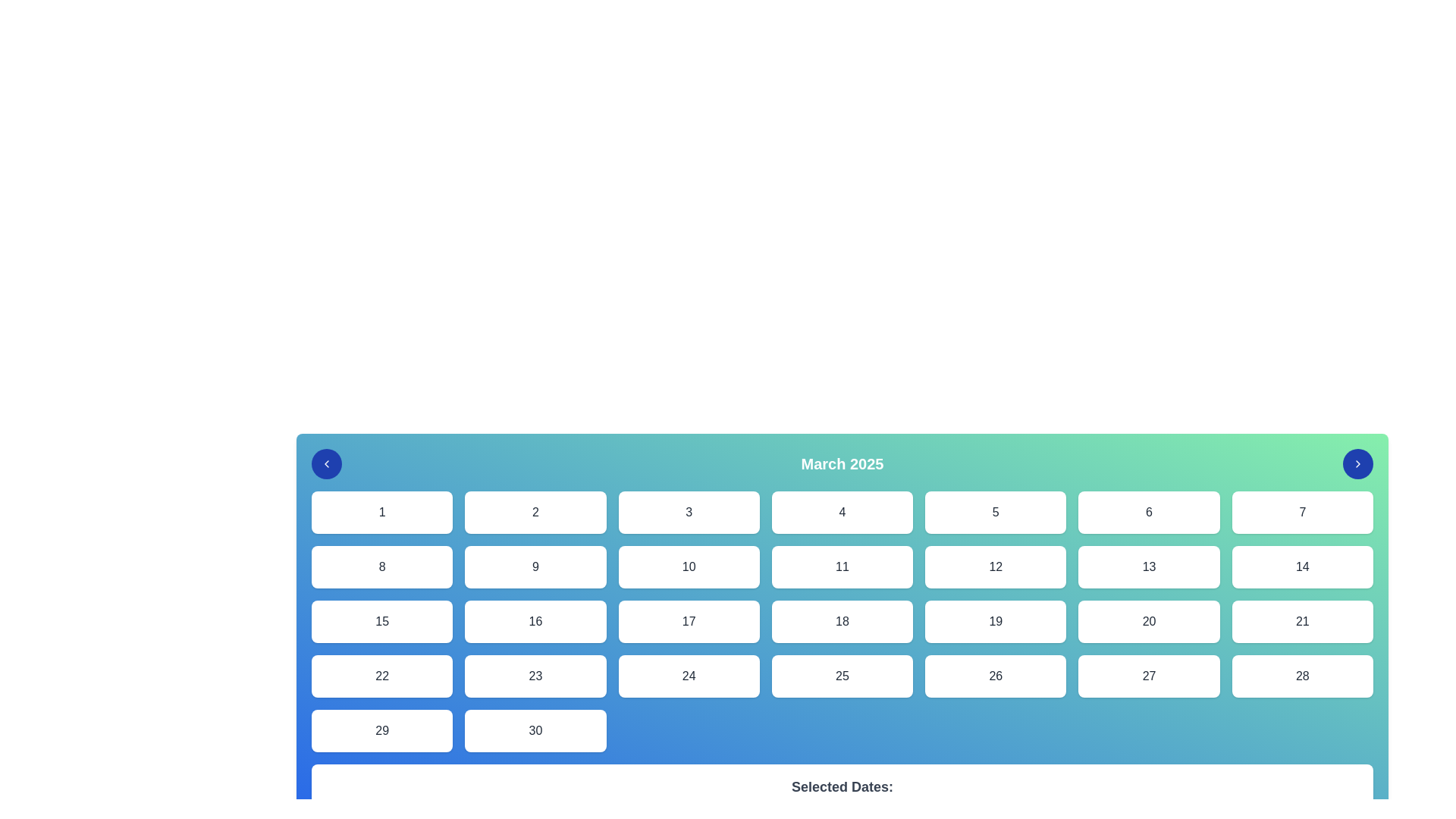 This screenshot has width=1456, height=819. What do you see at coordinates (382, 622) in the screenshot?
I see `the date selection button for the 15th day of the month in the calendar interface` at bounding box center [382, 622].